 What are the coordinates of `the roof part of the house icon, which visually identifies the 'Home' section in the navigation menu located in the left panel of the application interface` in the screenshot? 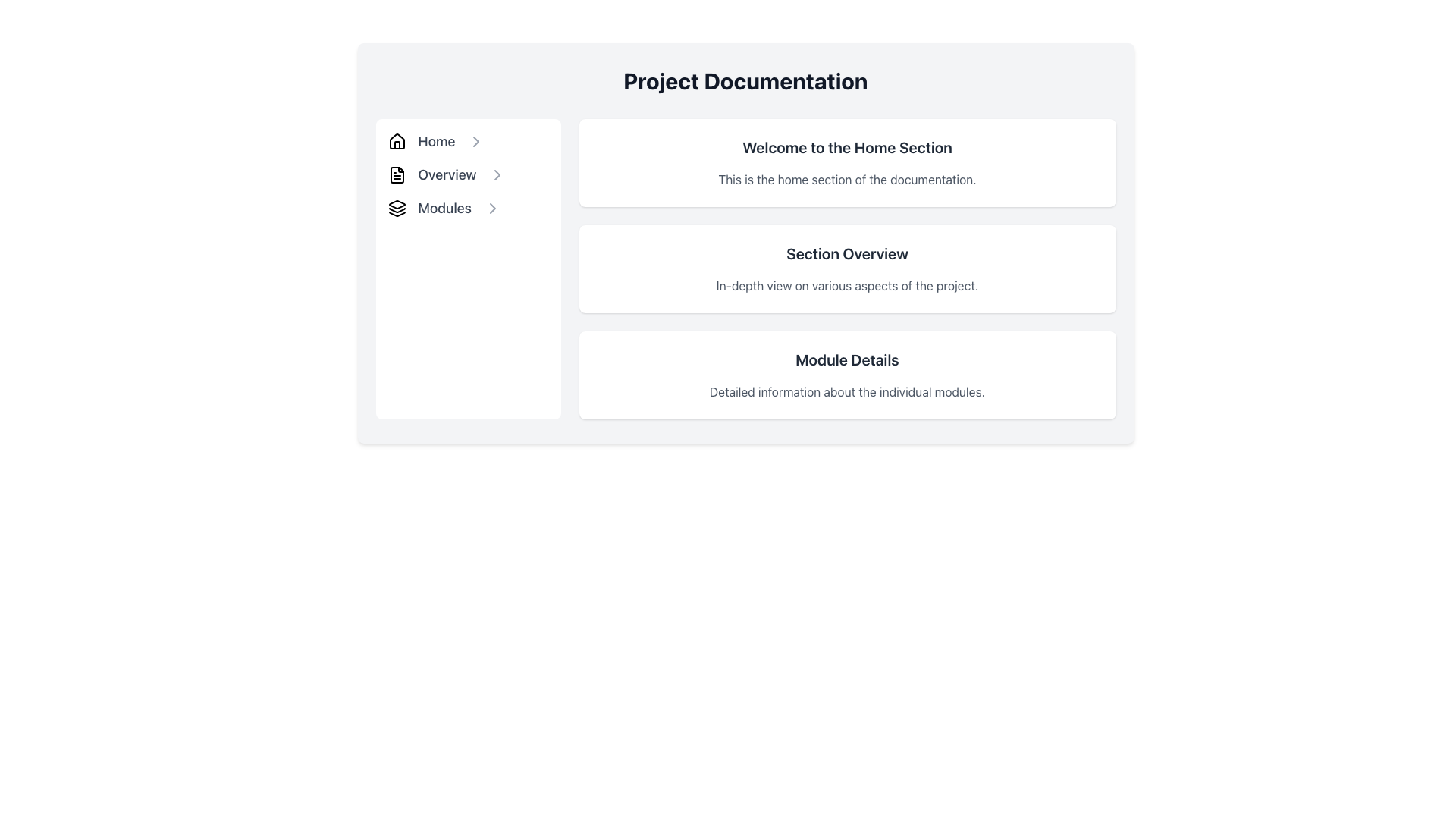 It's located at (397, 141).